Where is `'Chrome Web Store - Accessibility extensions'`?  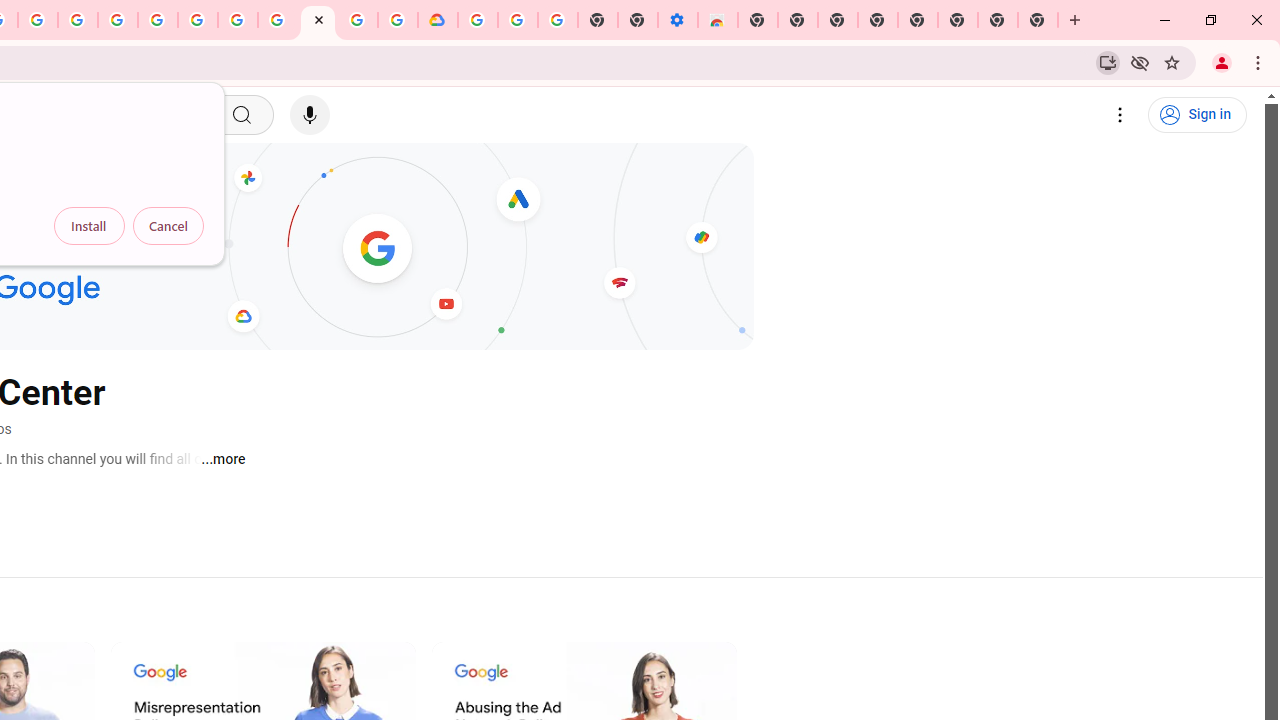
'Chrome Web Store - Accessibility extensions' is located at coordinates (718, 20).